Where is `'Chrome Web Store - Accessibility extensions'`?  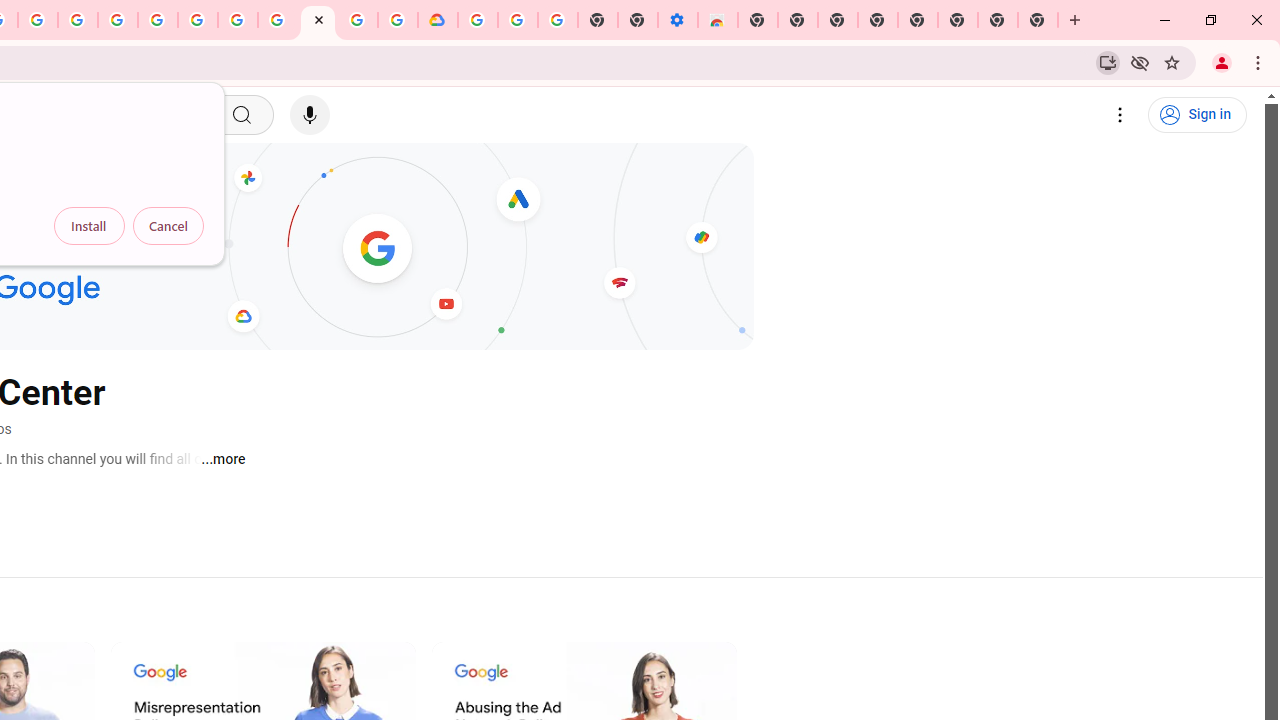
'Chrome Web Store - Accessibility extensions' is located at coordinates (718, 20).